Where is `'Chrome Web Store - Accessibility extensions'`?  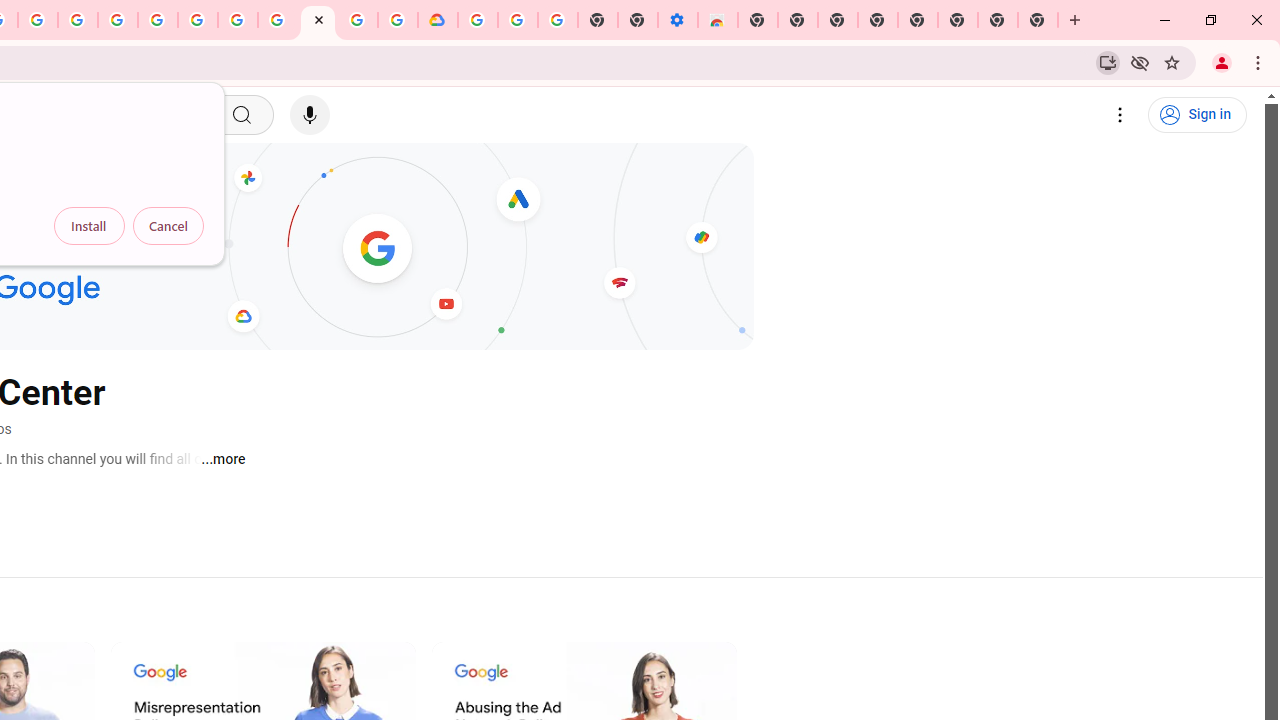
'Chrome Web Store - Accessibility extensions' is located at coordinates (718, 20).